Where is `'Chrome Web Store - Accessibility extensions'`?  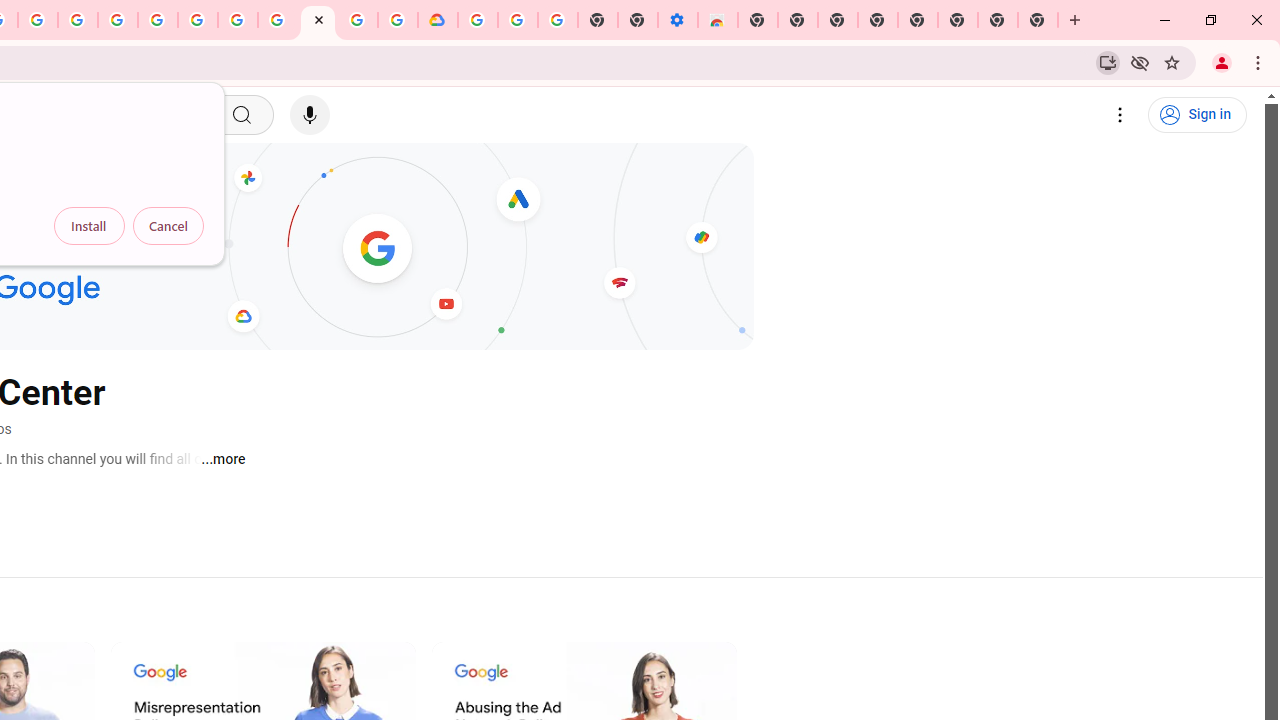
'Chrome Web Store - Accessibility extensions' is located at coordinates (718, 20).